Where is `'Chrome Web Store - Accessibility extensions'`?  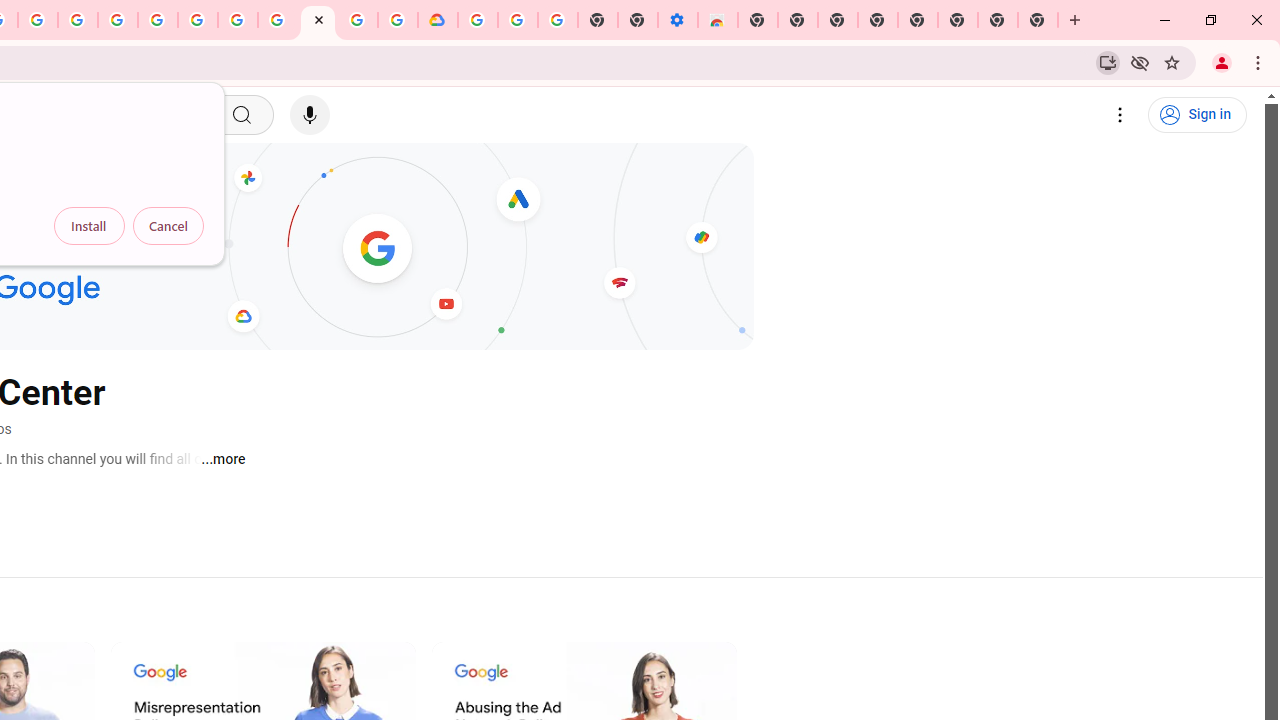
'Chrome Web Store - Accessibility extensions' is located at coordinates (718, 20).